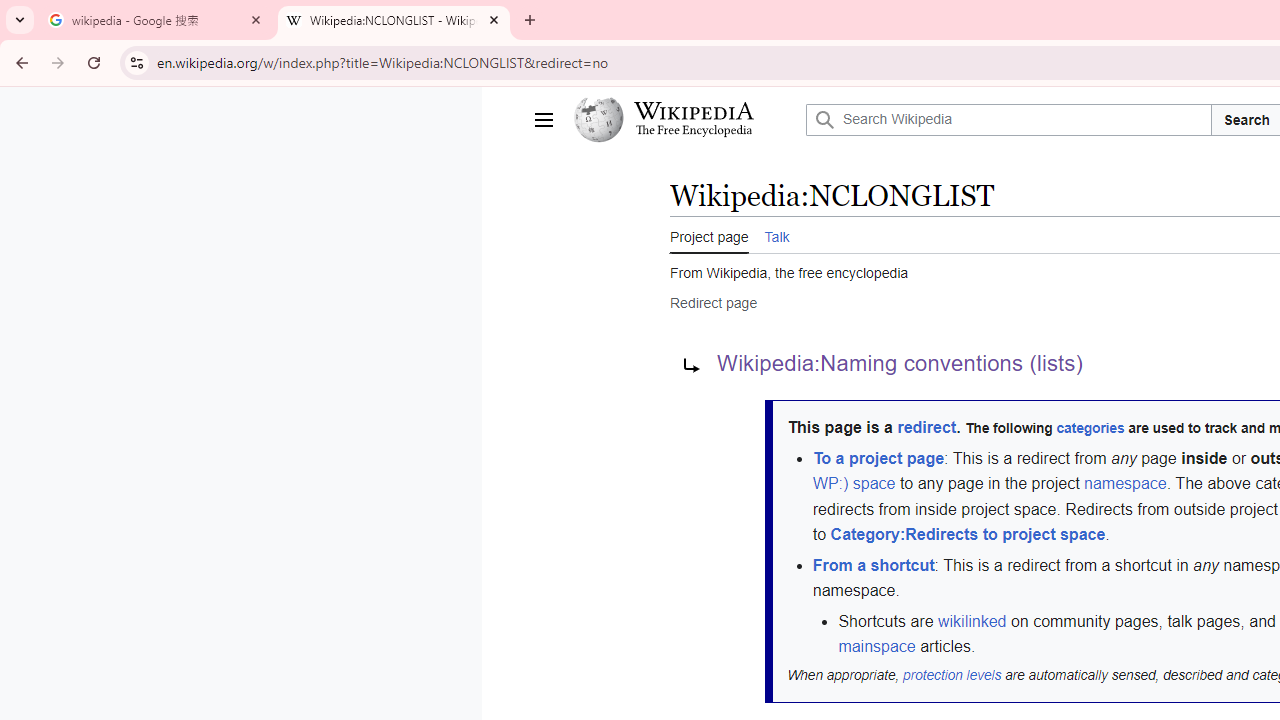 The width and height of the screenshot is (1280, 720). What do you see at coordinates (93, 61) in the screenshot?
I see `'Reload'` at bounding box center [93, 61].